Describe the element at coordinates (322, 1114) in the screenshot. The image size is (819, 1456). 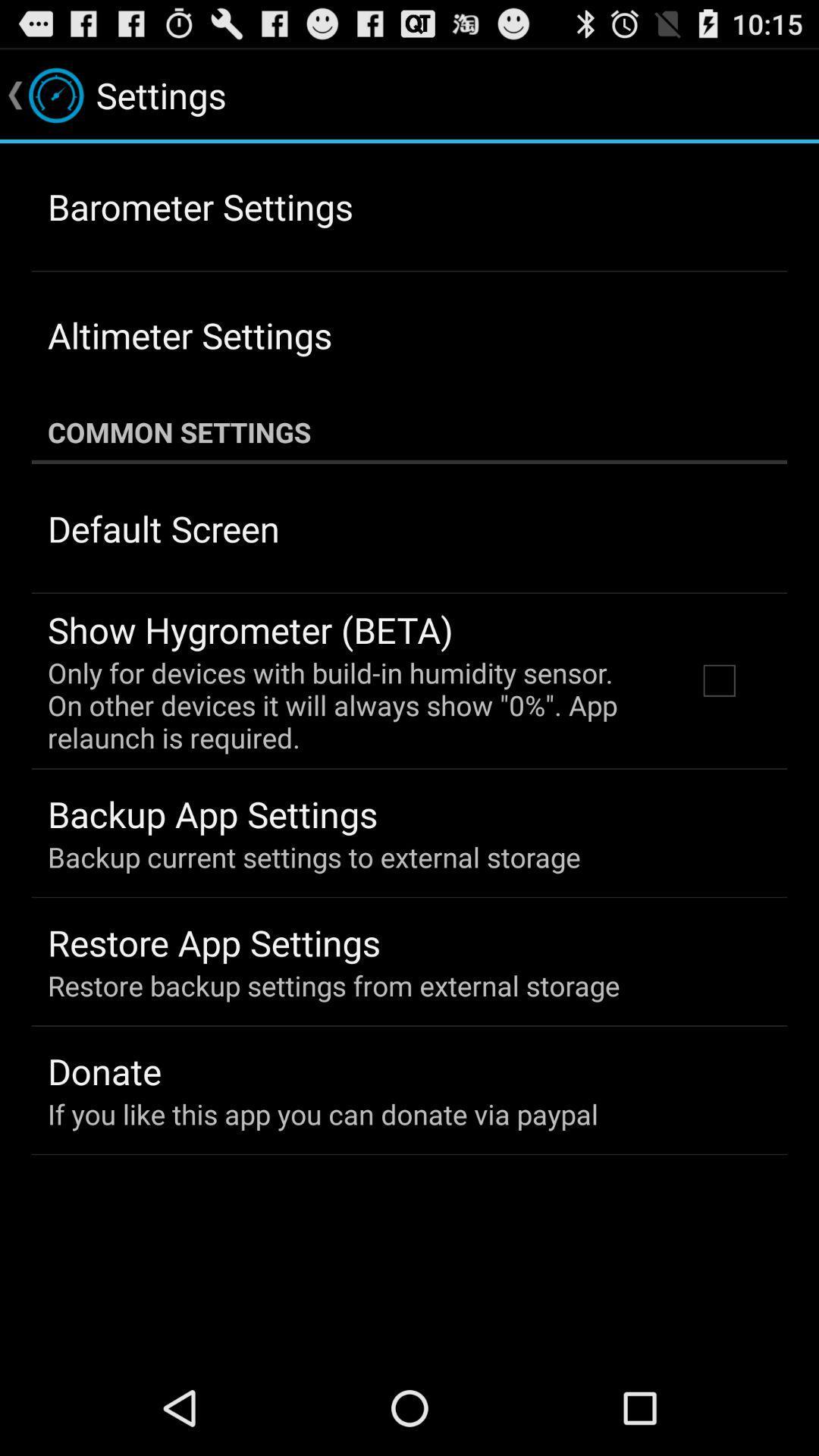
I see `the if you like app` at that location.